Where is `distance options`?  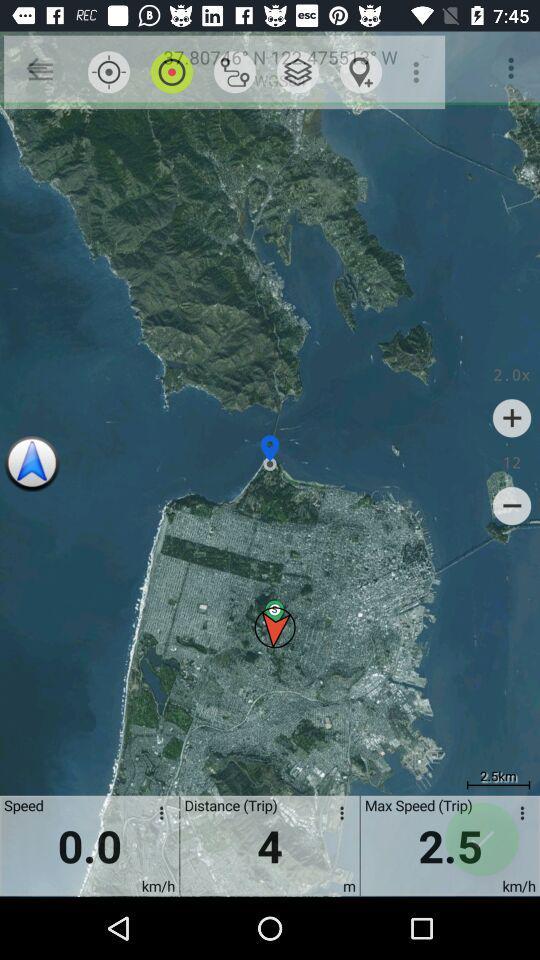 distance options is located at coordinates (337, 816).